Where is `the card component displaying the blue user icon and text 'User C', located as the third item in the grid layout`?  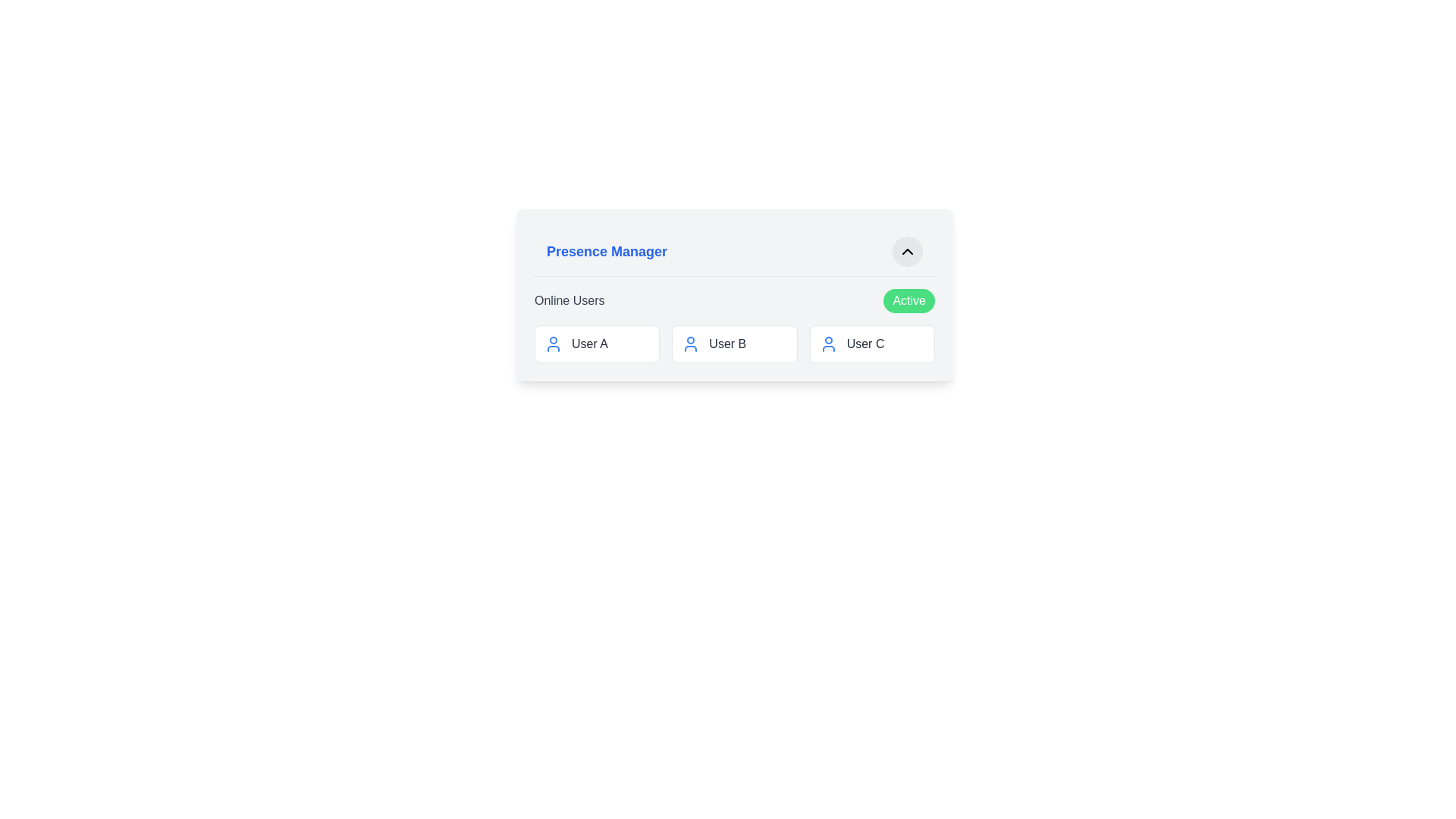
the card component displaying the blue user icon and text 'User C', located as the third item in the grid layout is located at coordinates (872, 344).